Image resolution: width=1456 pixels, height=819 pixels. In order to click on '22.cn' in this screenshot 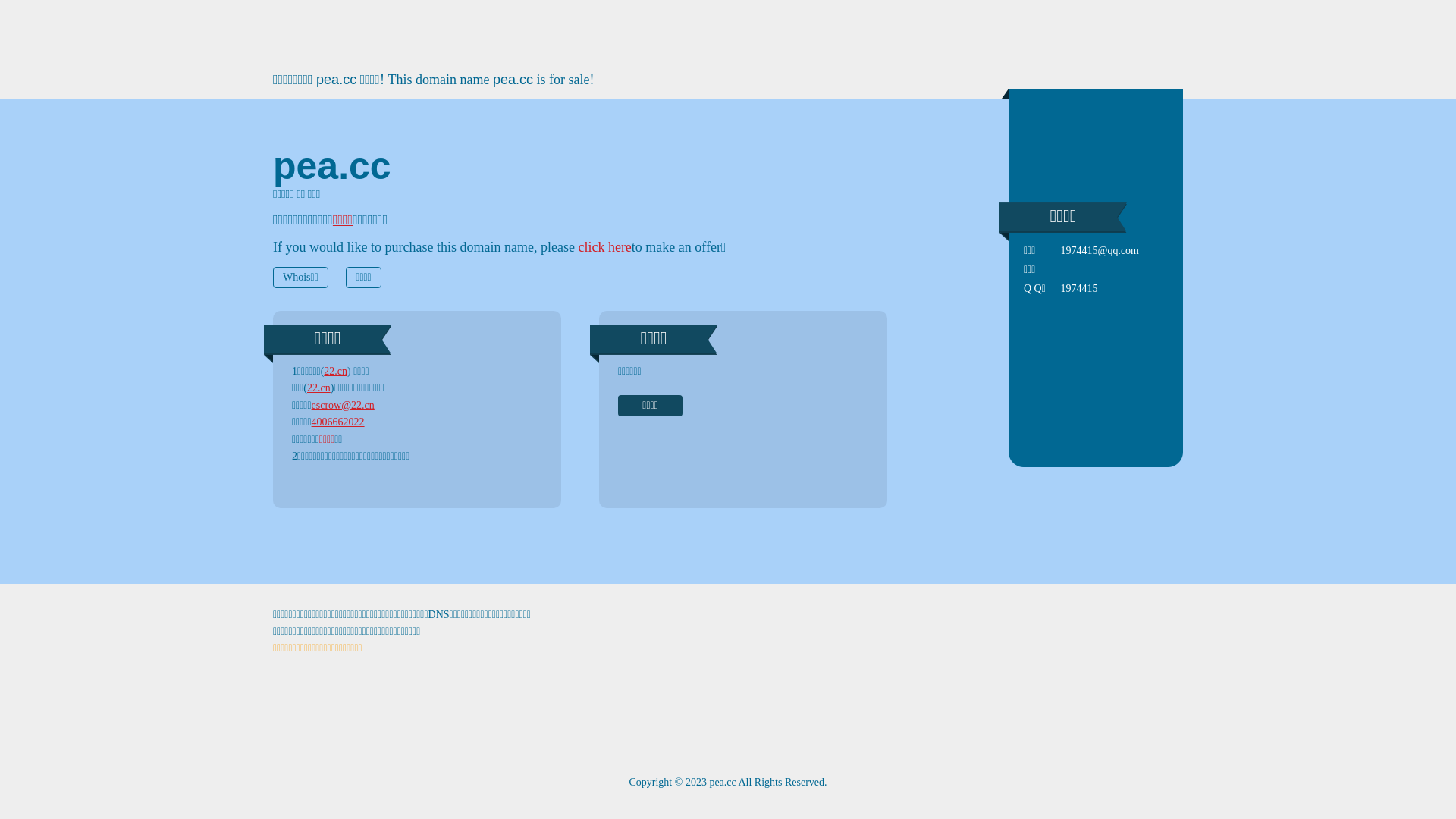, I will do `click(306, 387)`.